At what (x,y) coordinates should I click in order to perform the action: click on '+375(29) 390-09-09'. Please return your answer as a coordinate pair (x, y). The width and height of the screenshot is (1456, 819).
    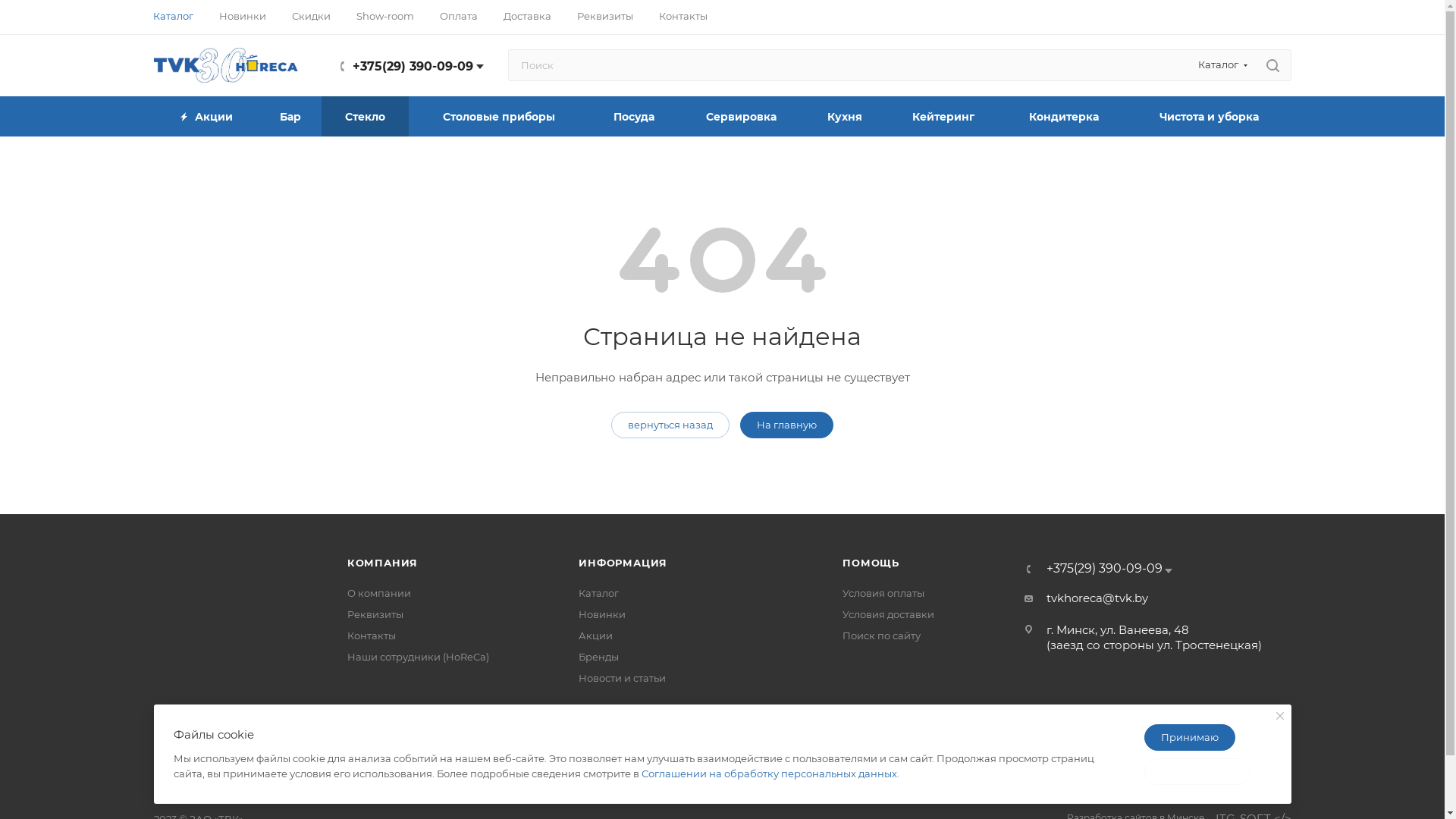
    Looking at the image, I should click on (351, 65).